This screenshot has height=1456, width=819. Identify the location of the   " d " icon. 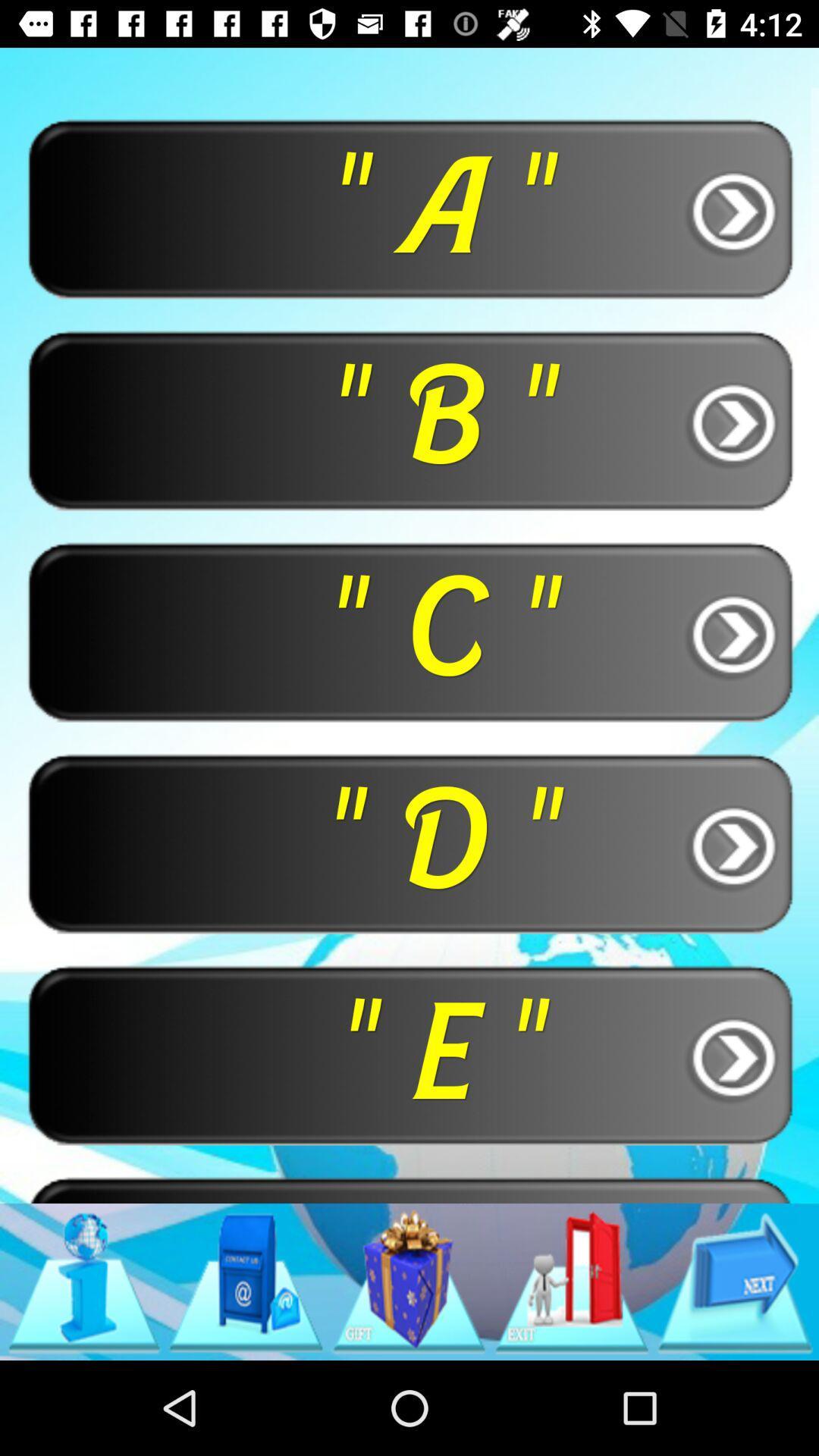
(409, 842).